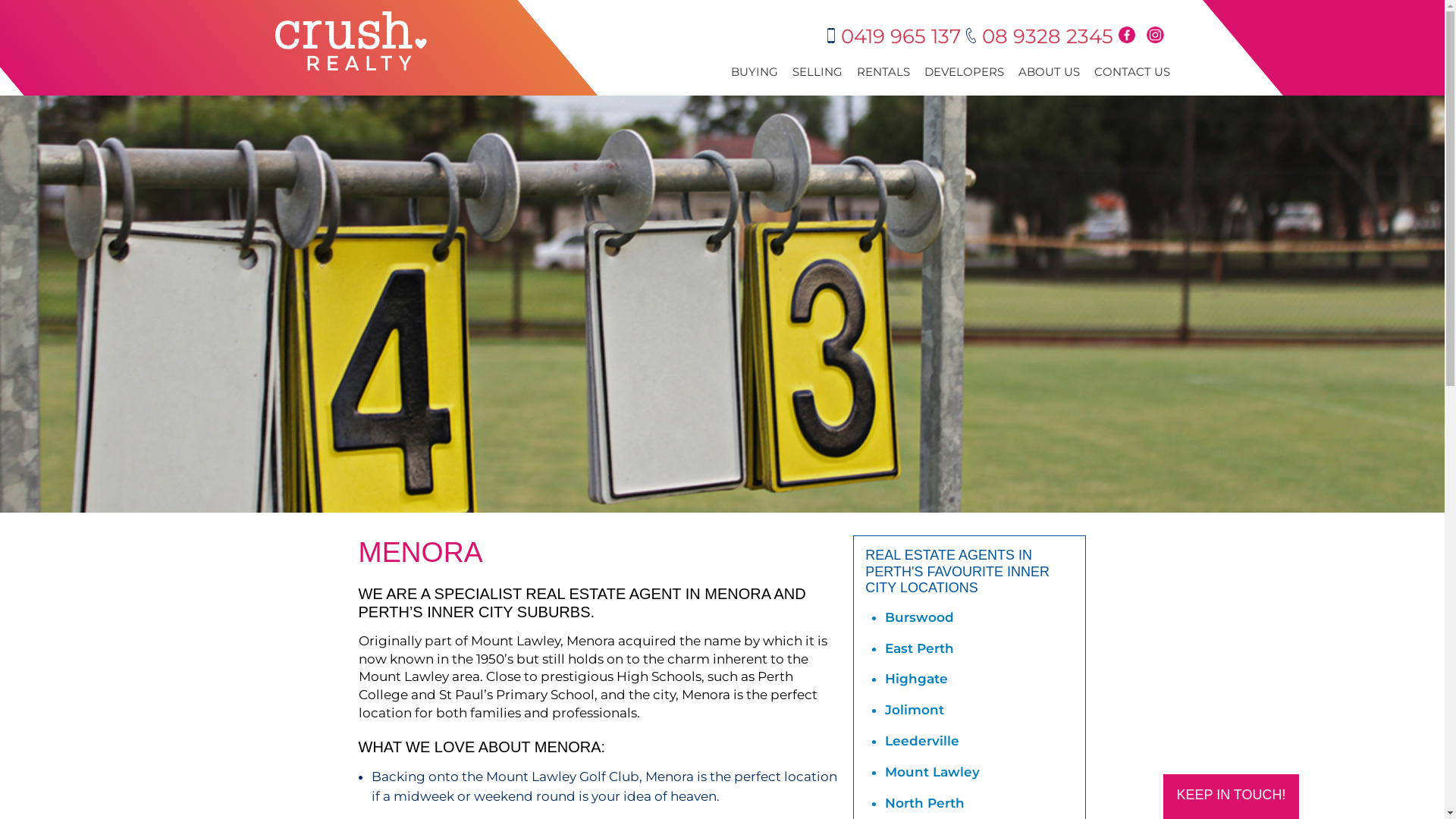  I want to click on 'ABOUT US', so click(1018, 73).